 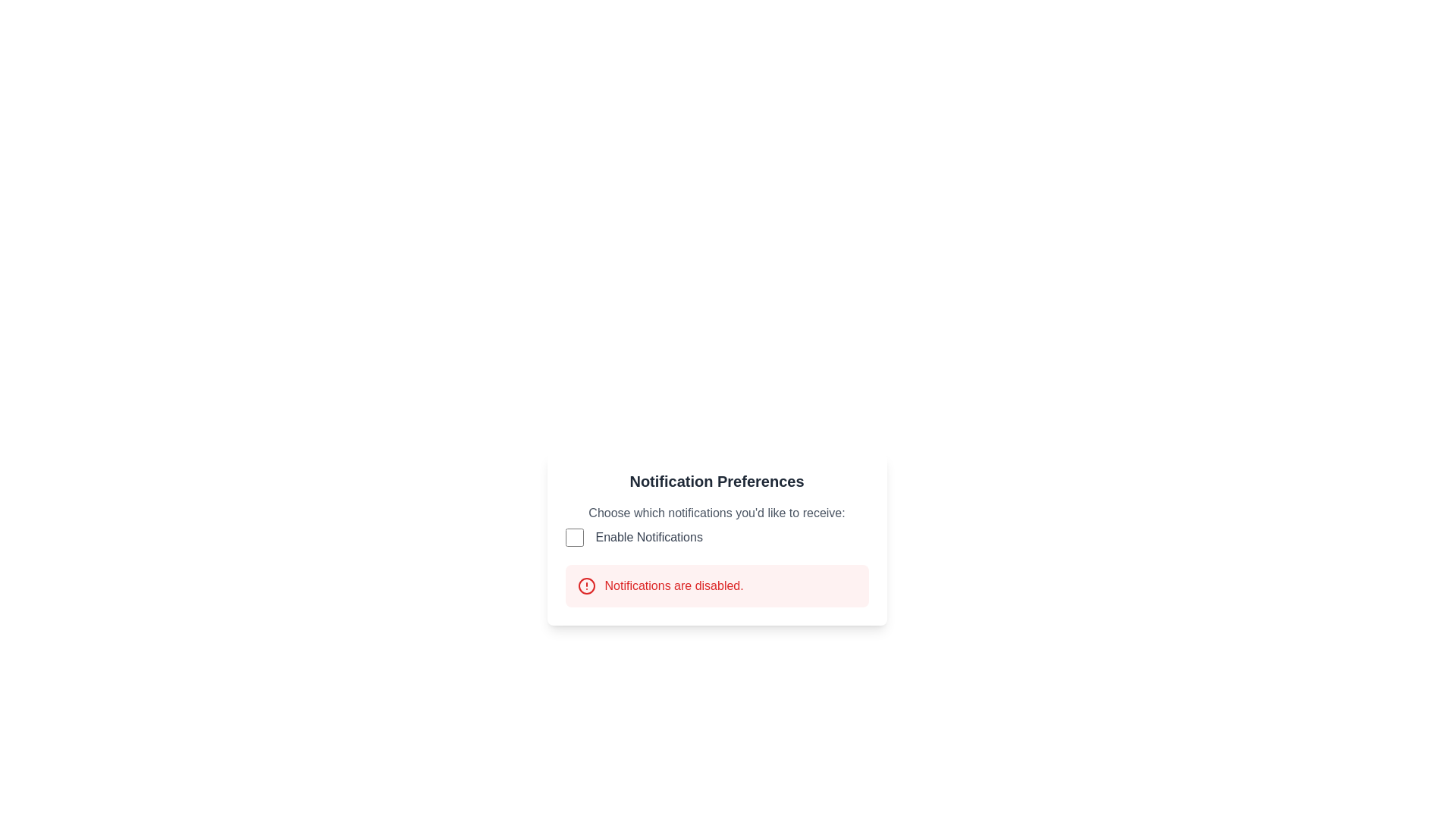 I want to click on the informational alert box with a light red background and bright red text that reads 'Notifications are disabled.', so click(x=716, y=585).